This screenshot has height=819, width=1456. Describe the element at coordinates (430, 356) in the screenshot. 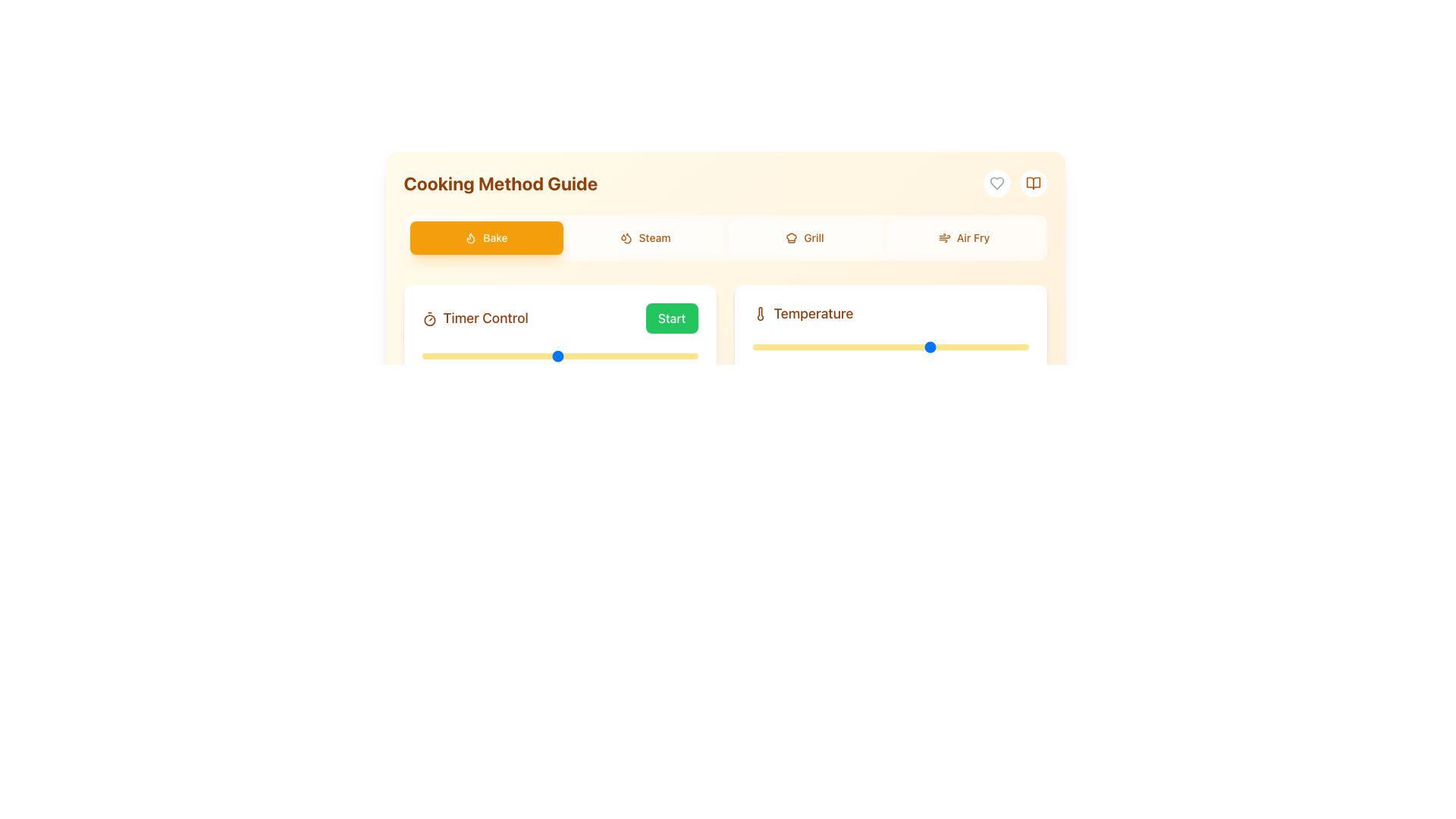

I see `the timer slider` at that location.